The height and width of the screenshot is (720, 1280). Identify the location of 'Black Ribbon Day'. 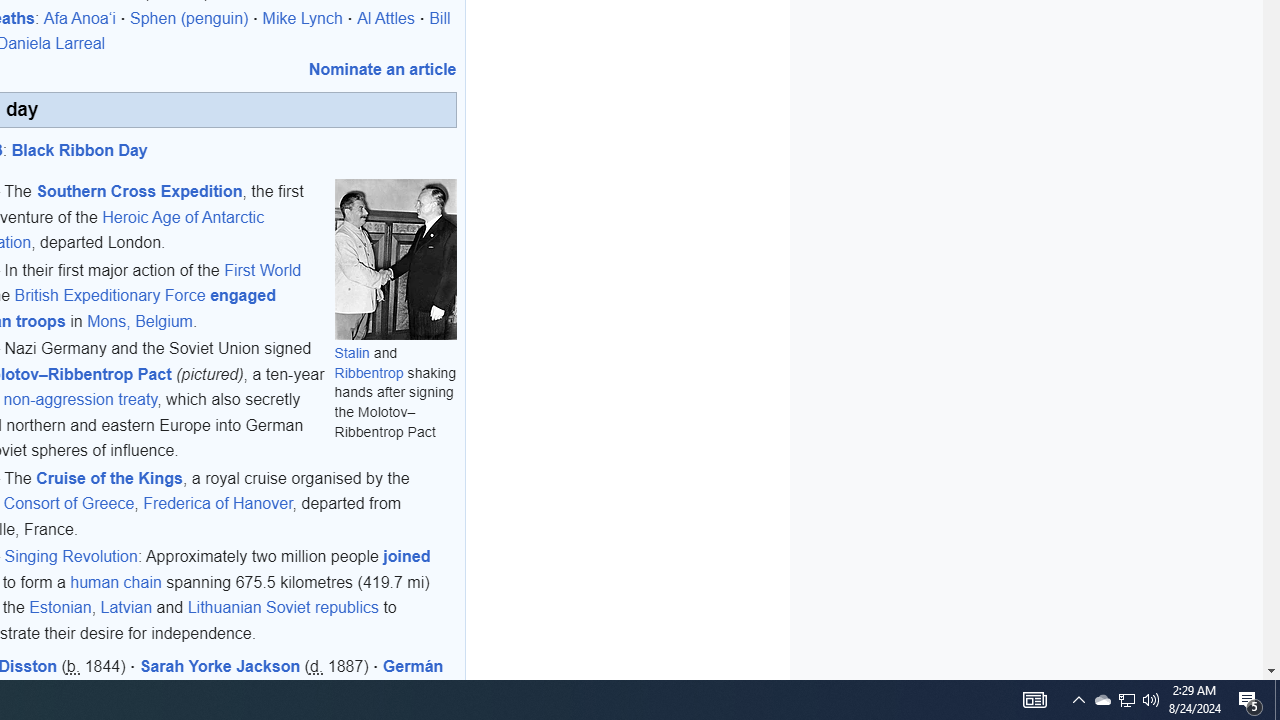
(80, 149).